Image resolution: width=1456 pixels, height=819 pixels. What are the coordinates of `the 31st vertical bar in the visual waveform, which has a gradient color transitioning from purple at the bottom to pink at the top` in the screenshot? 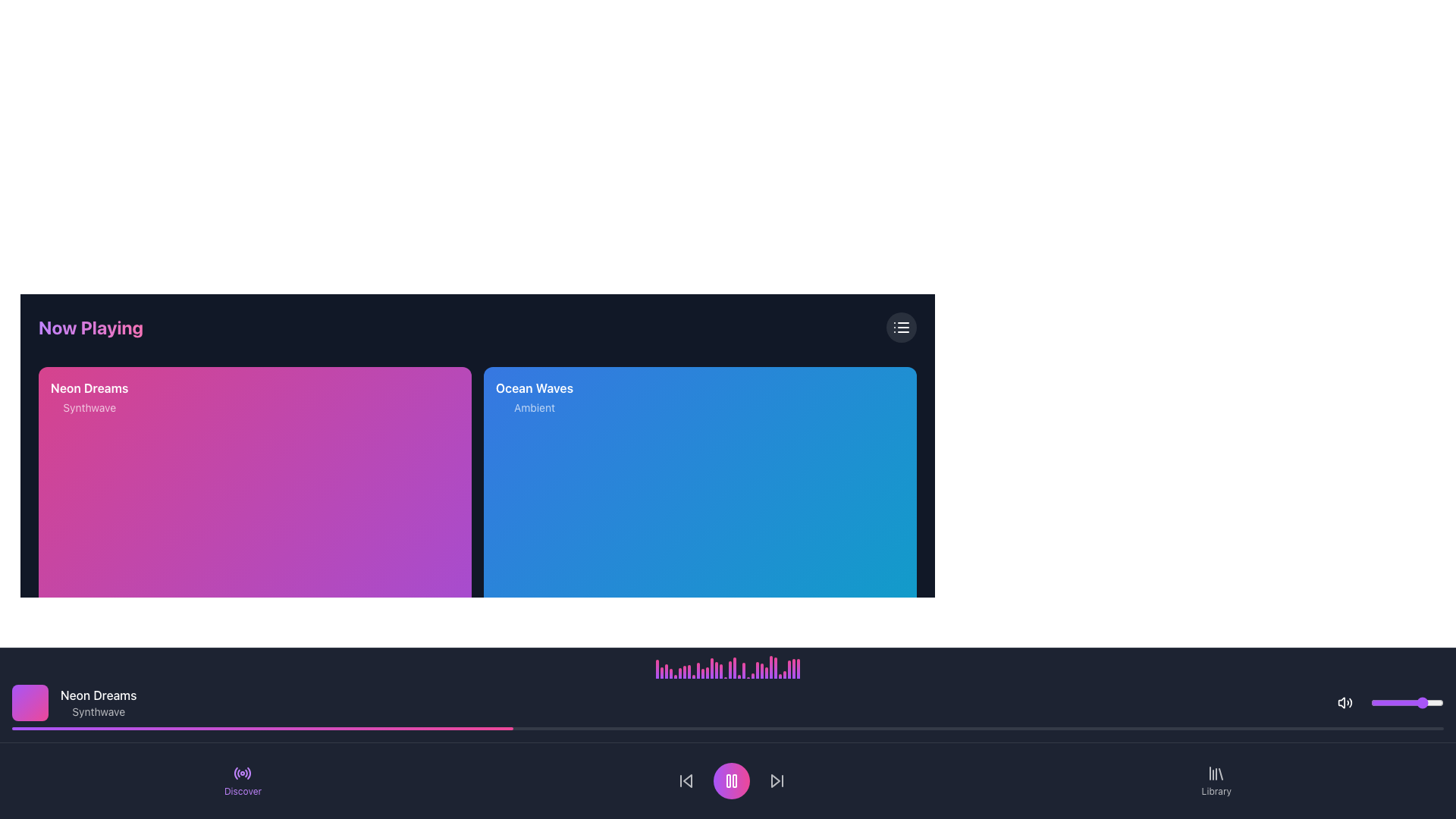 It's located at (789, 666).